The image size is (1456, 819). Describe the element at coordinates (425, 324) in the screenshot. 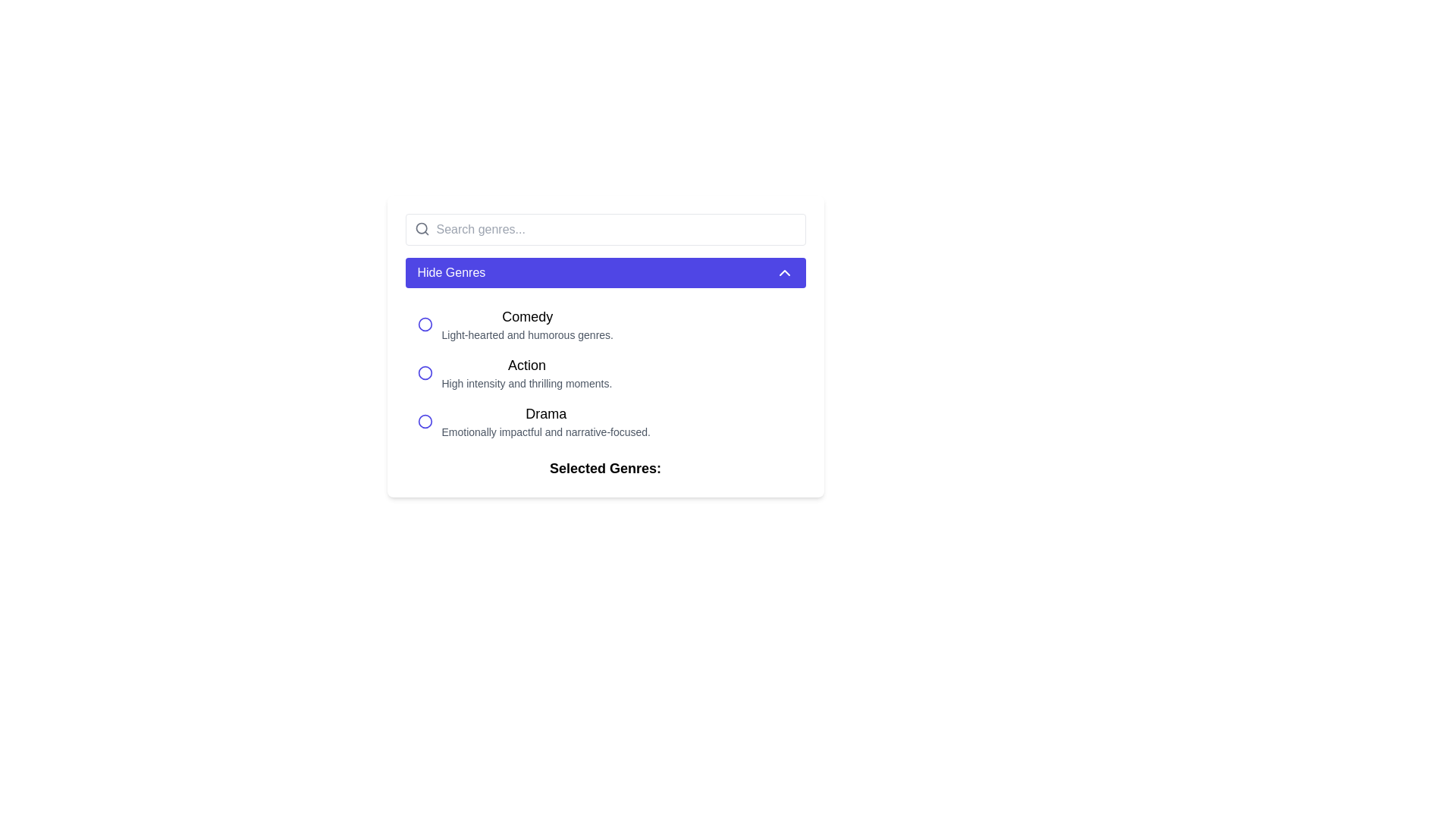

I see `the circular SVG graphic element that serves as a selection indicator for genres` at that location.